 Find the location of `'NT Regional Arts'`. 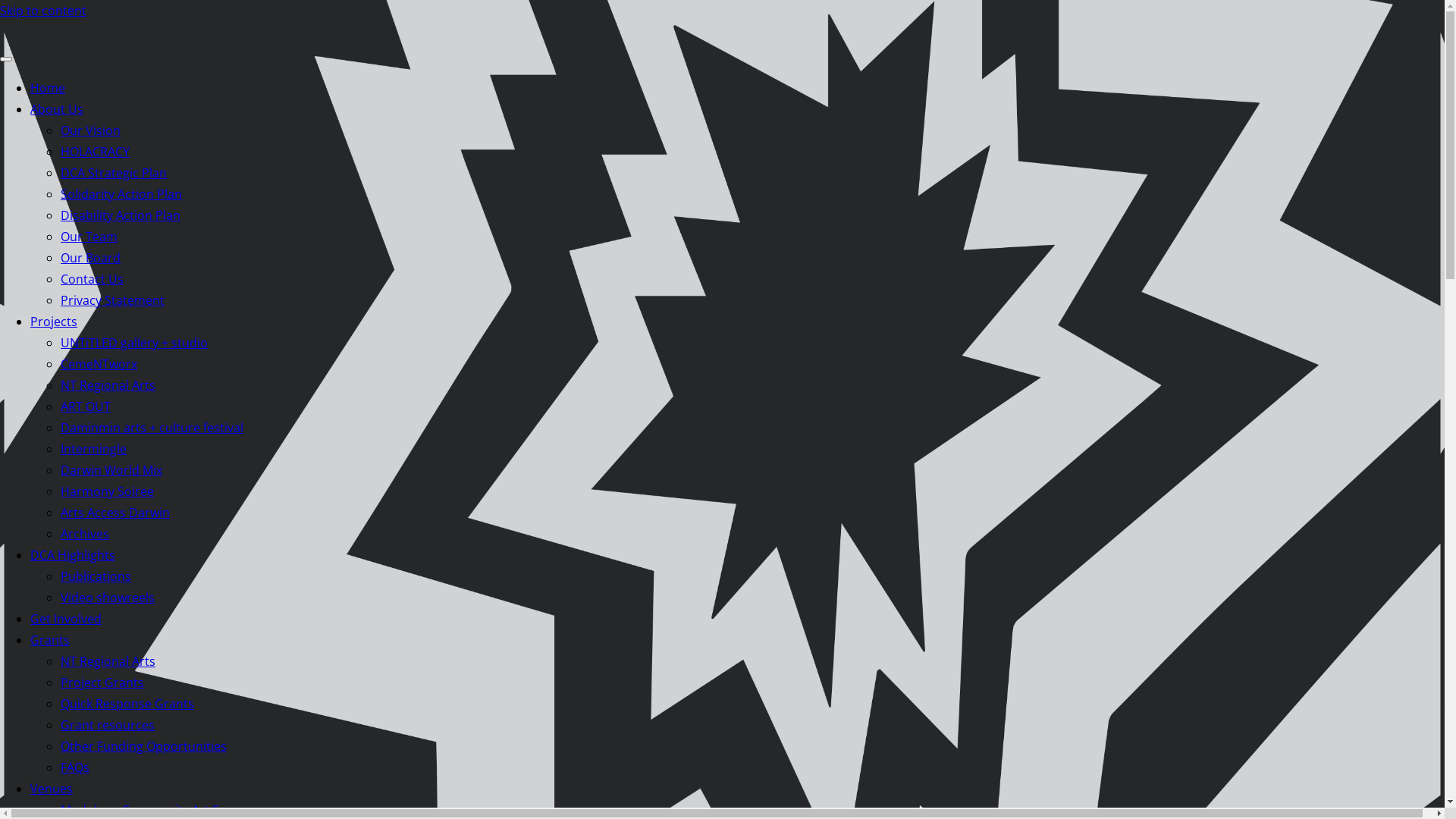

'NT Regional Arts' is located at coordinates (107, 660).